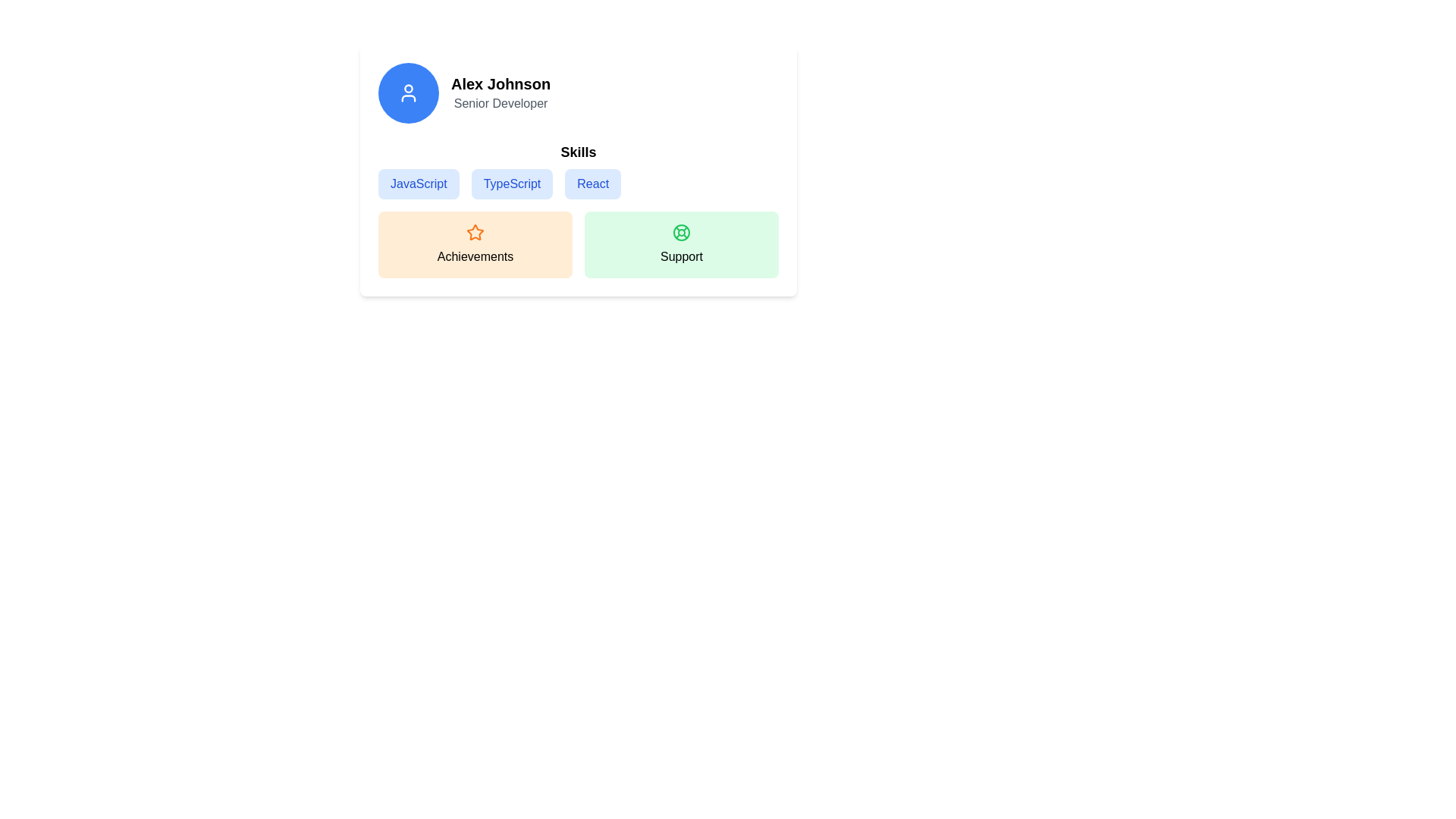 The image size is (1456, 819). Describe the element at coordinates (592, 184) in the screenshot. I see `the informational label indicating a skill or tag associated with the profile, which is the third item in a row of three items under 'Skills'` at that location.